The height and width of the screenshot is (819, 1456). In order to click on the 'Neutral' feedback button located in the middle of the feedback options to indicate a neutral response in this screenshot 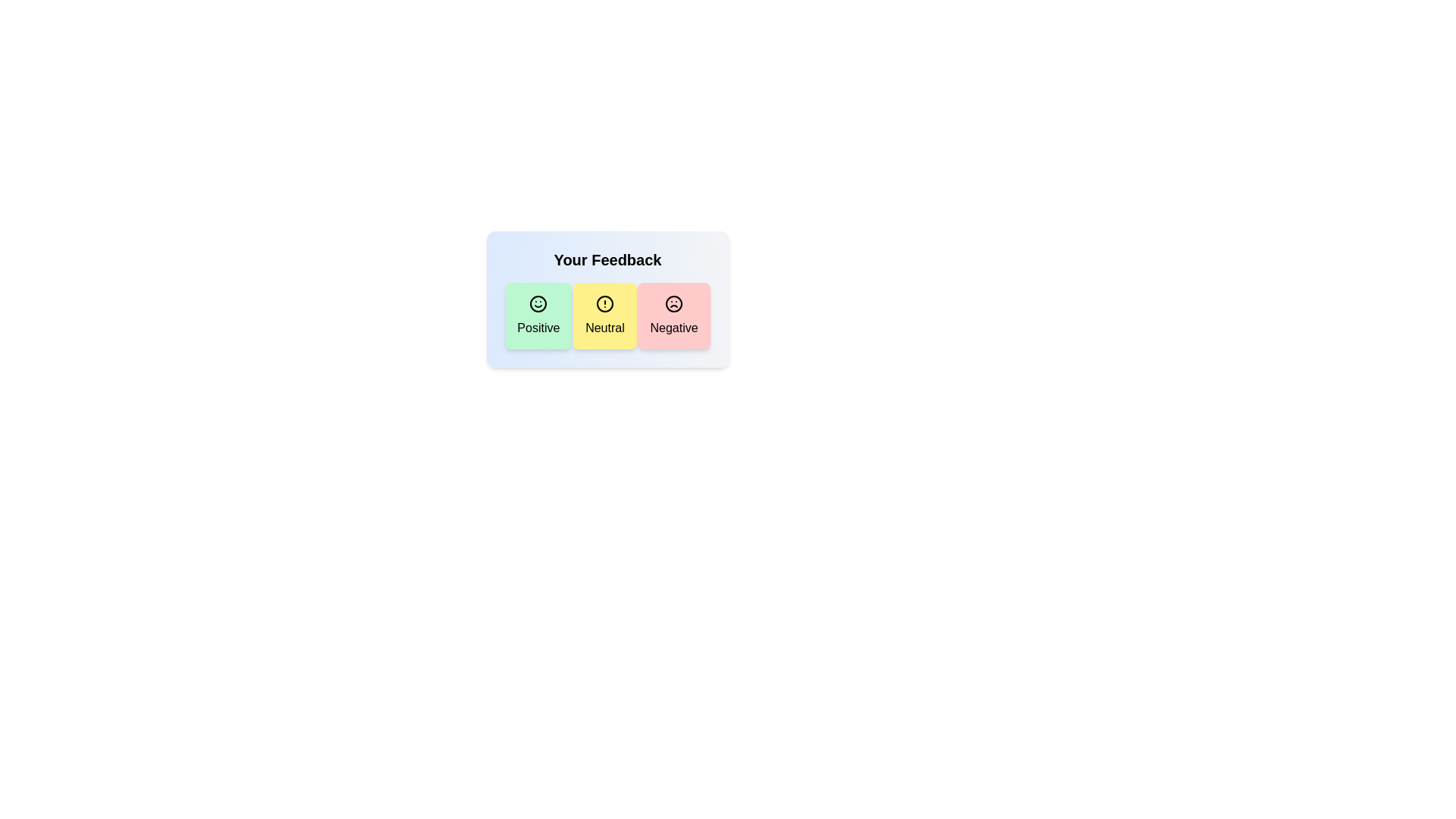, I will do `click(604, 315)`.